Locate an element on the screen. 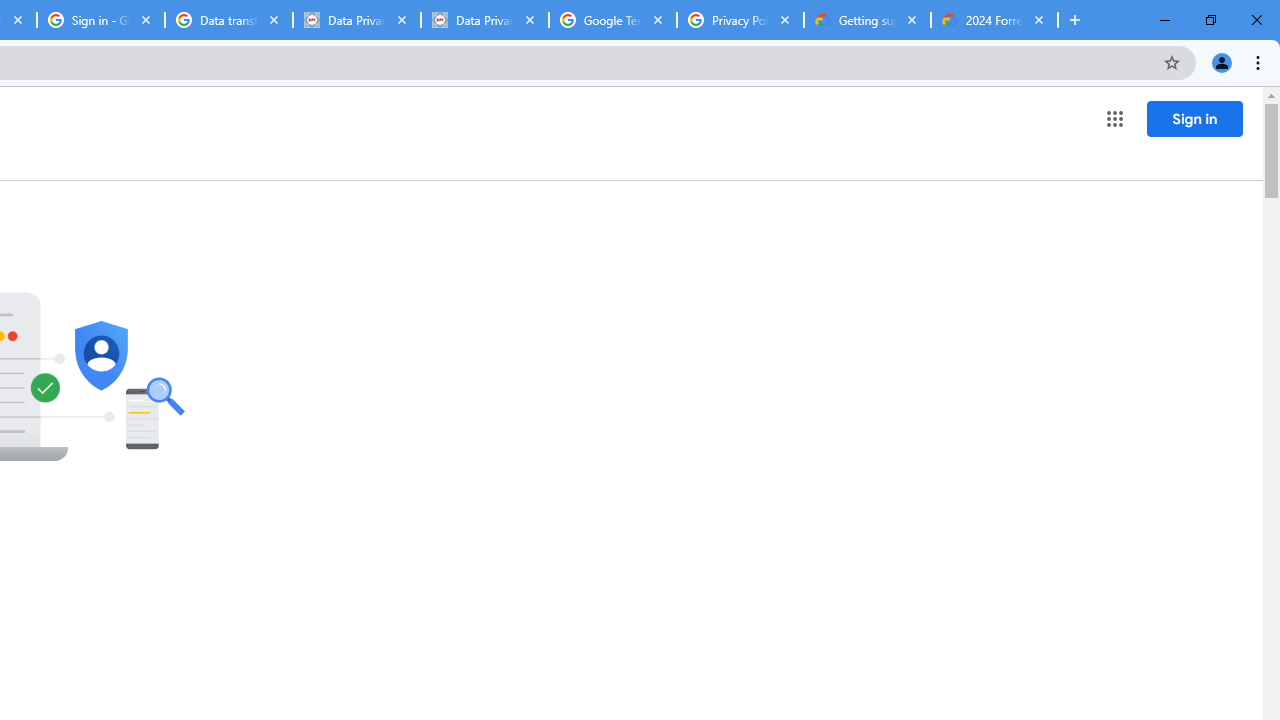  'Data Privacy Framework' is located at coordinates (357, 20).